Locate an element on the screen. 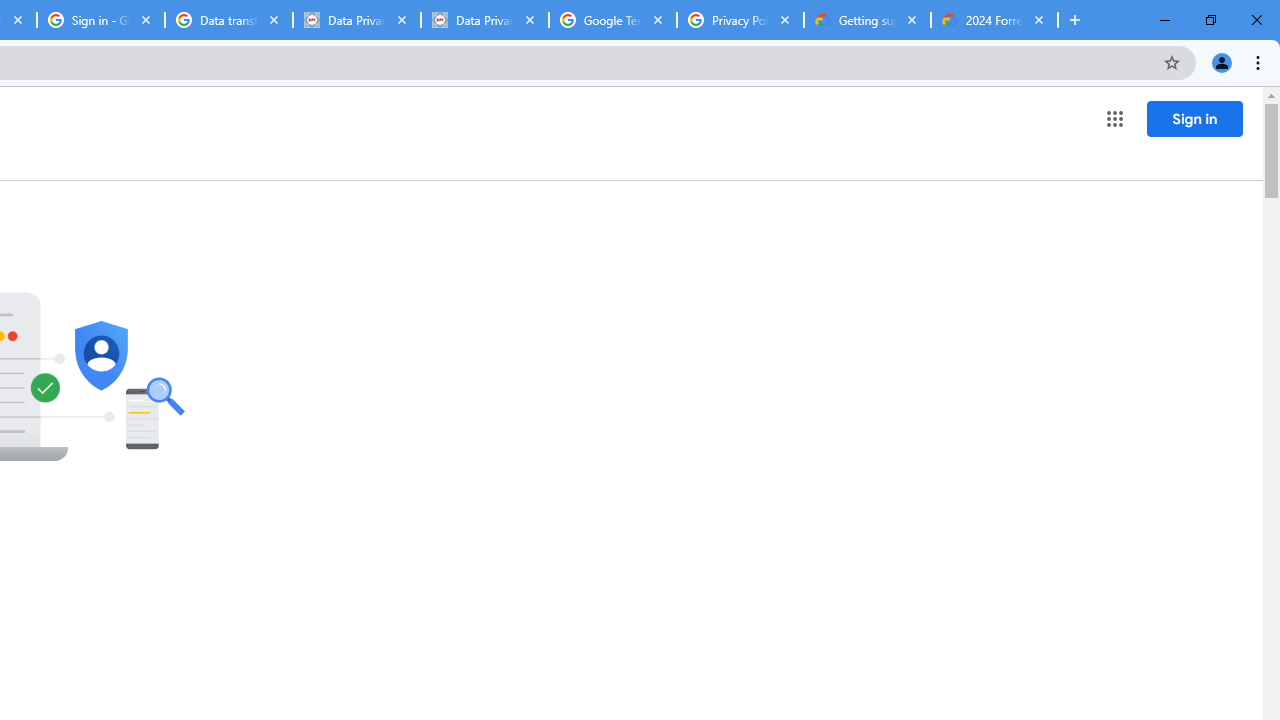  'Data Privacy Framework' is located at coordinates (357, 20).